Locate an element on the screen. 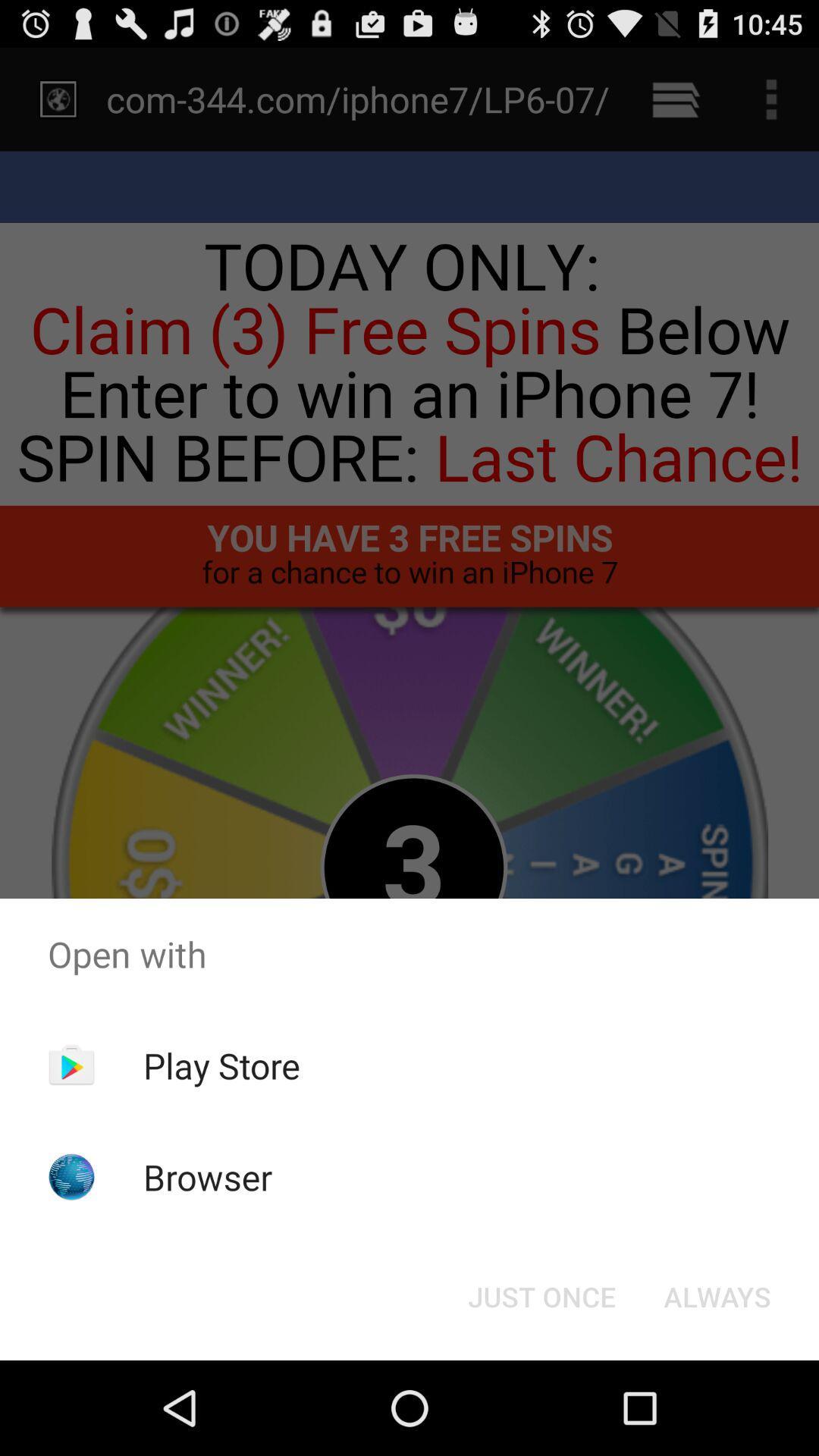 This screenshot has width=819, height=1456. icon below open with item is located at coordinates (541, 1295).